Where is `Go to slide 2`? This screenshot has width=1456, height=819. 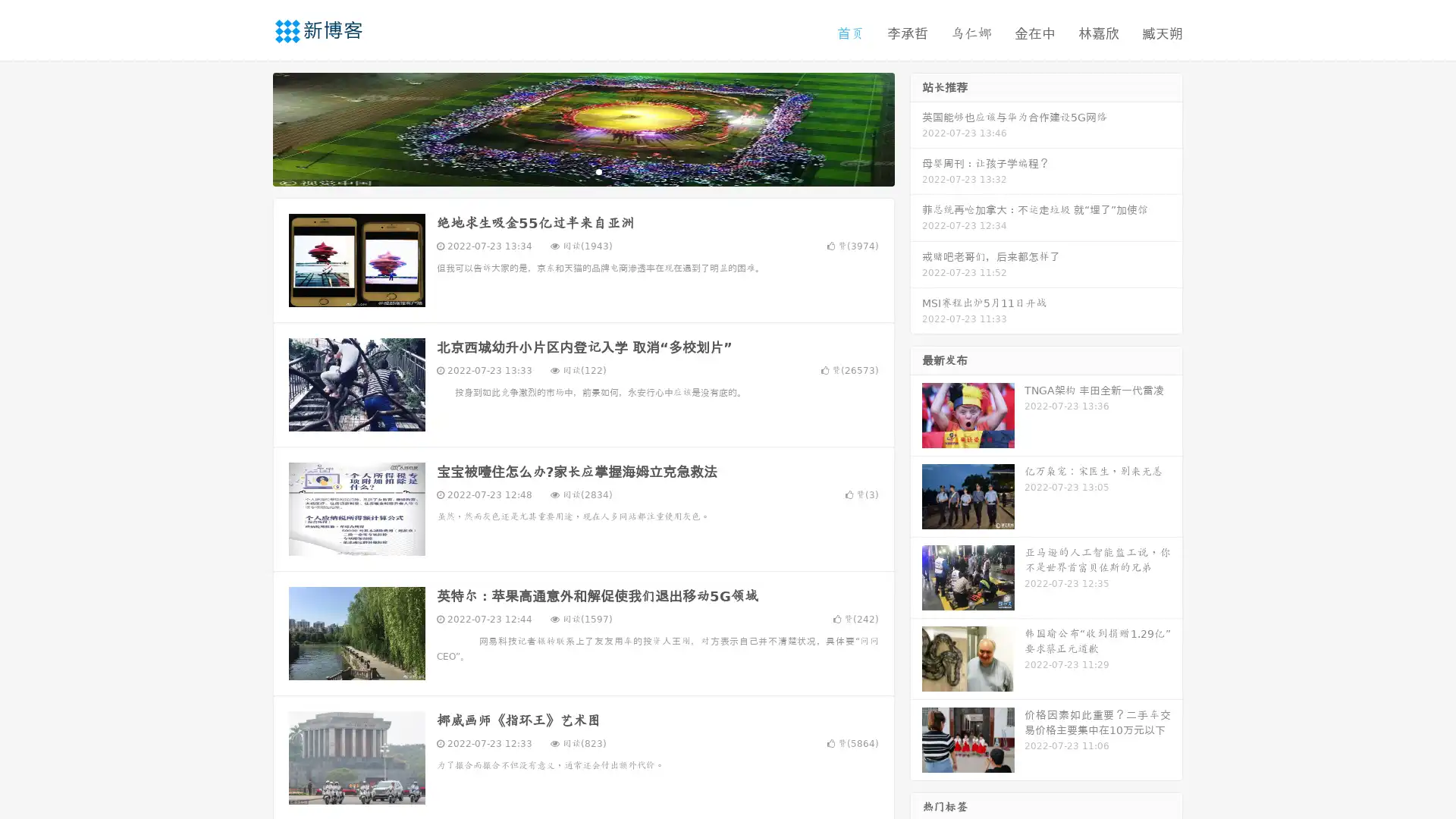 Go to slide 2 is located at coordinates (582, 171).